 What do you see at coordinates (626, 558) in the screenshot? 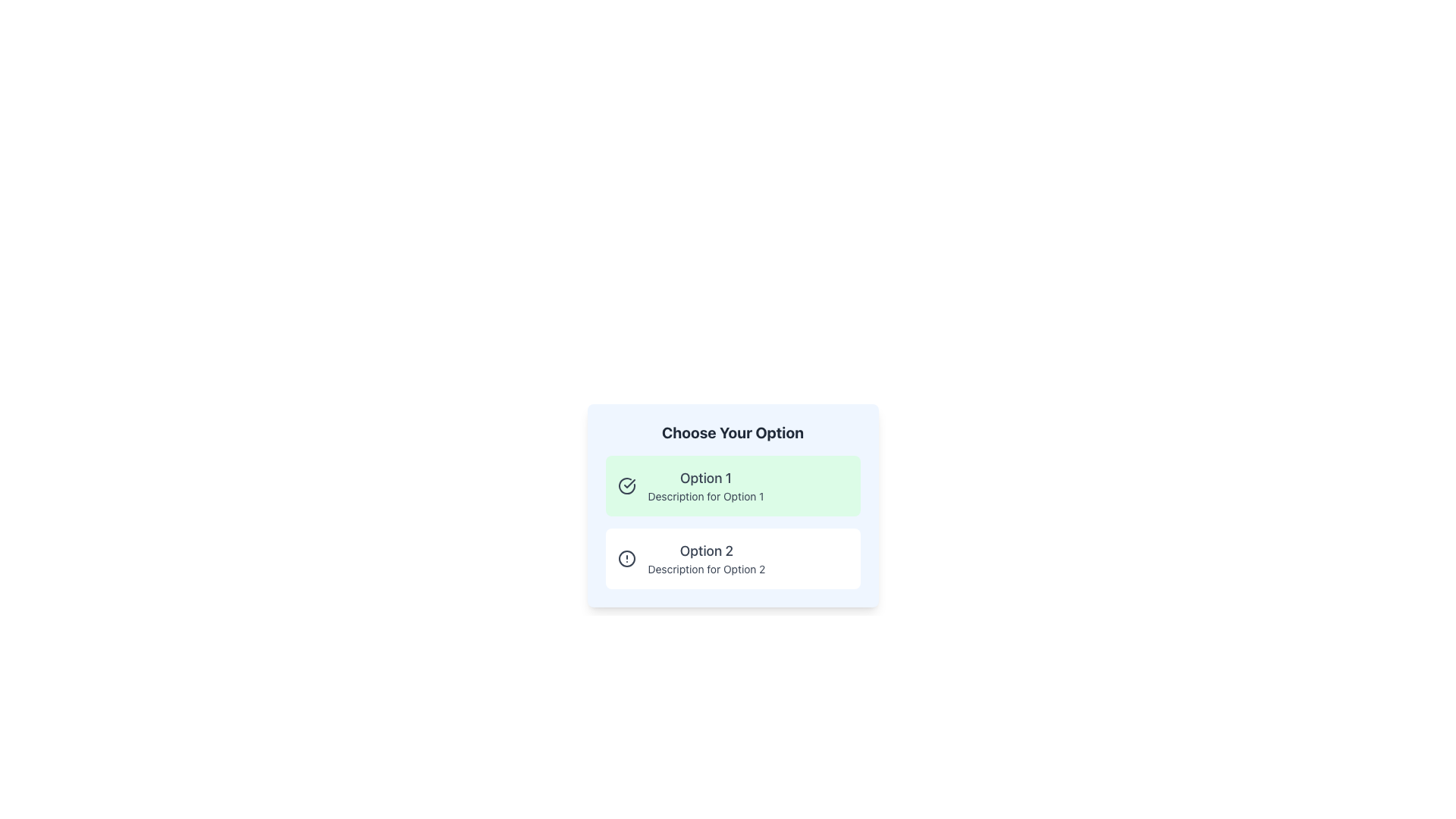
I see `the circular vector graphic that is part of the alert icon indicating that 'Option 2' requires attention` at bounding box center [626, 558].